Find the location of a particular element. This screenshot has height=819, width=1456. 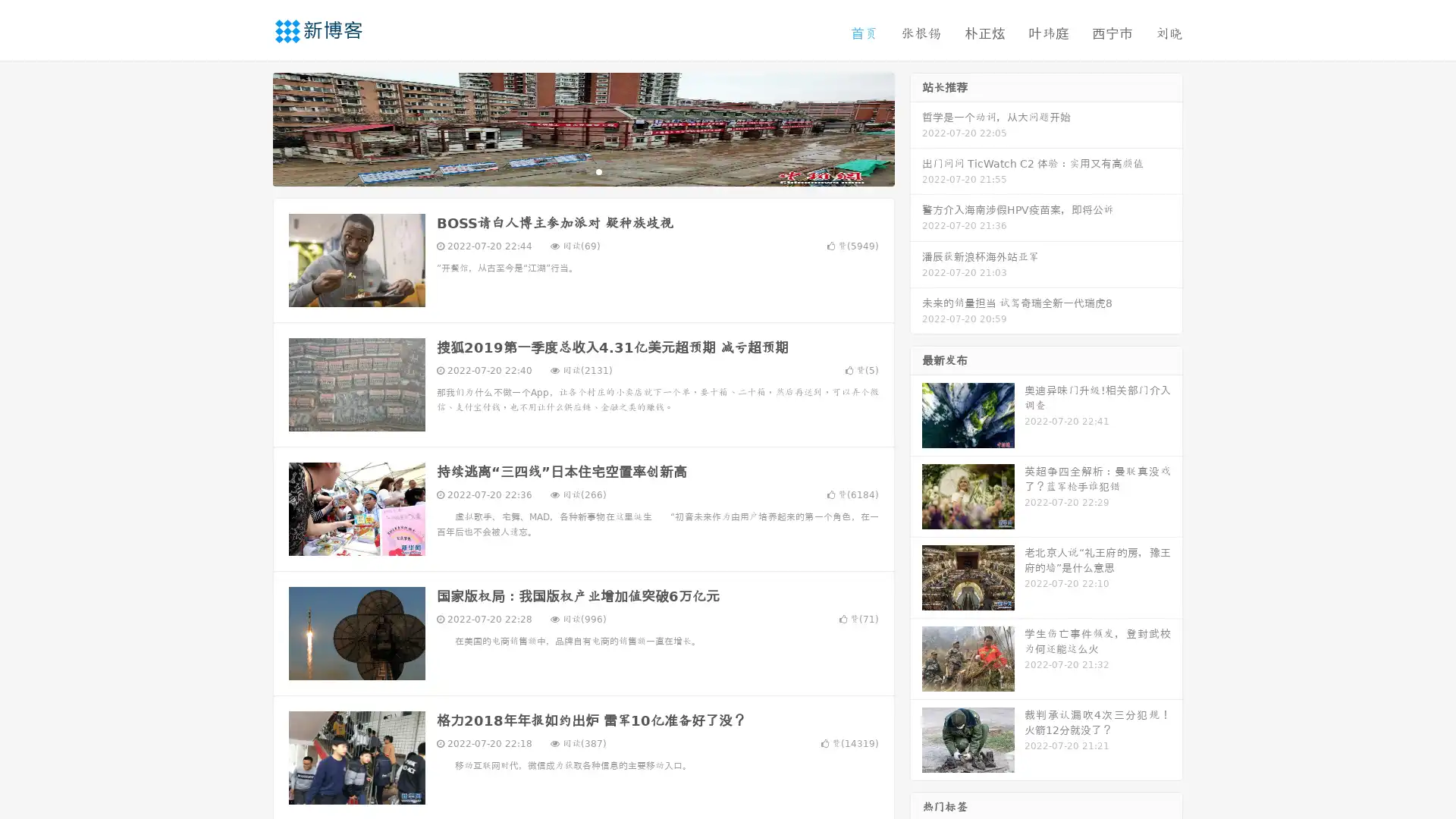

Next slide is located at coordinates (916, 127).